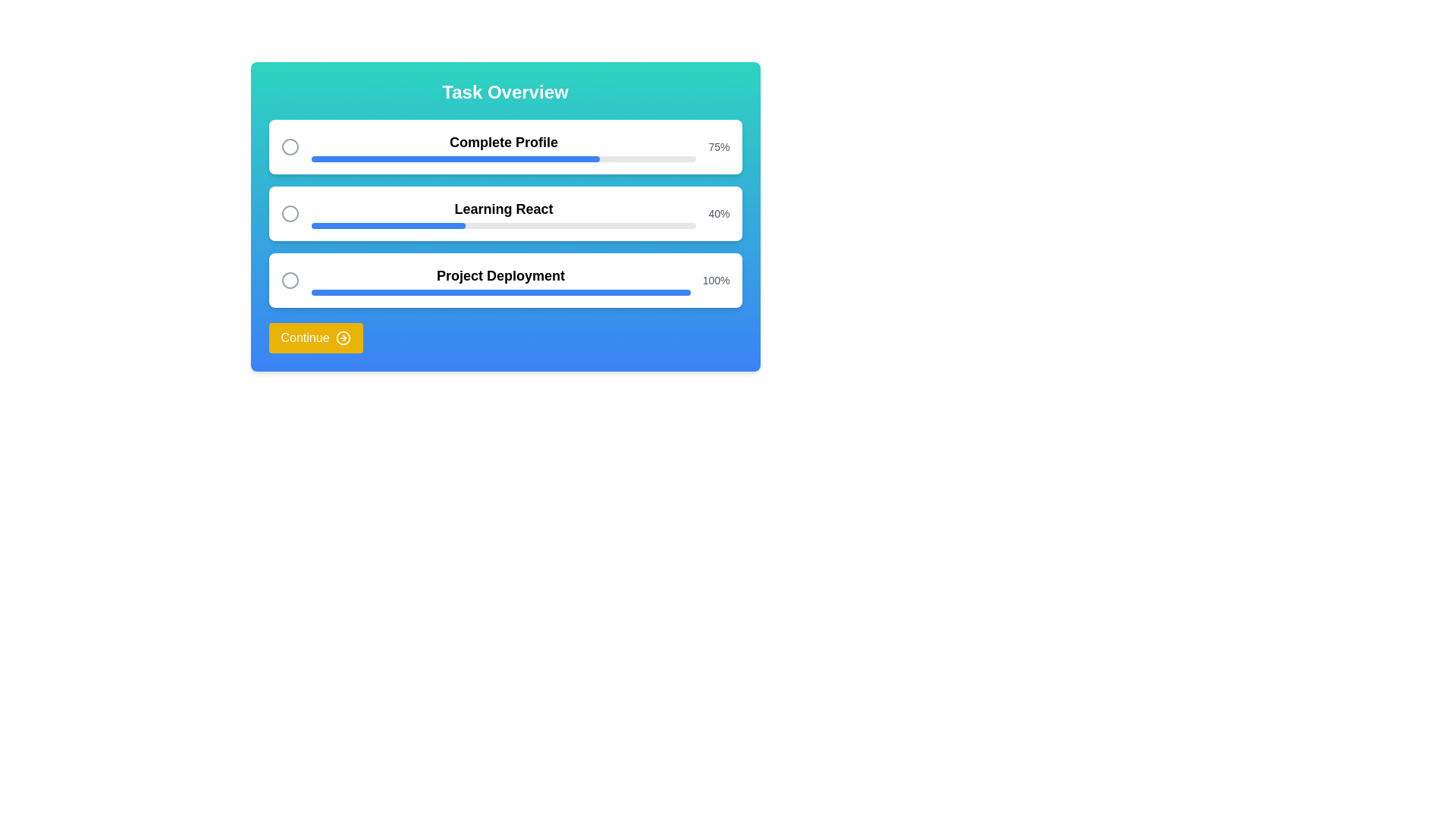  What do you see at coordinates (315, 337) in the screenshot?
I see `the button located at the bottom section of the task overview card` at bounding box center [315, 337].